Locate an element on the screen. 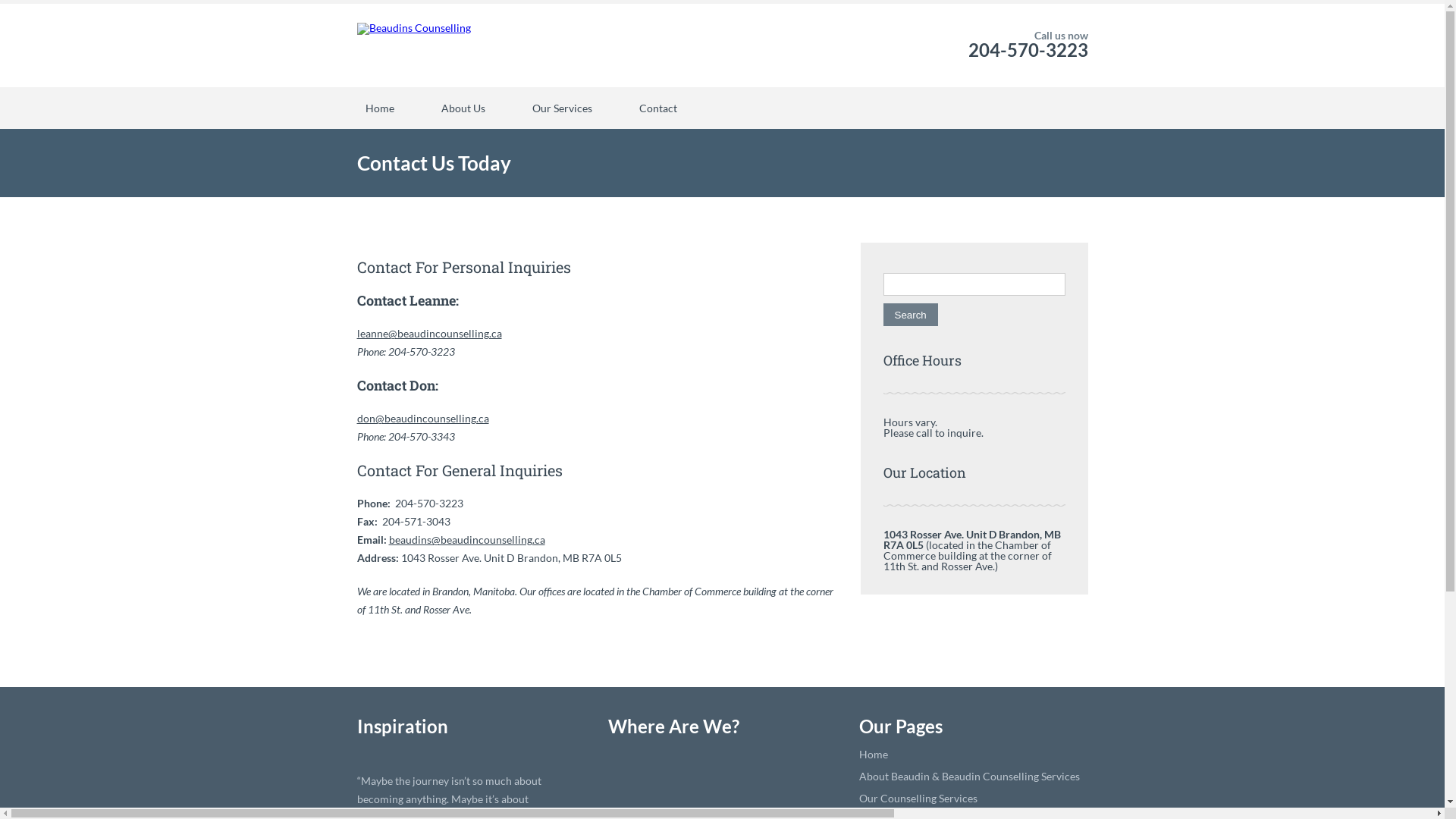 Image resolution: width=1456 pixels, height=819 pixels. 'Our Services' is located at coordinates (560, 107).